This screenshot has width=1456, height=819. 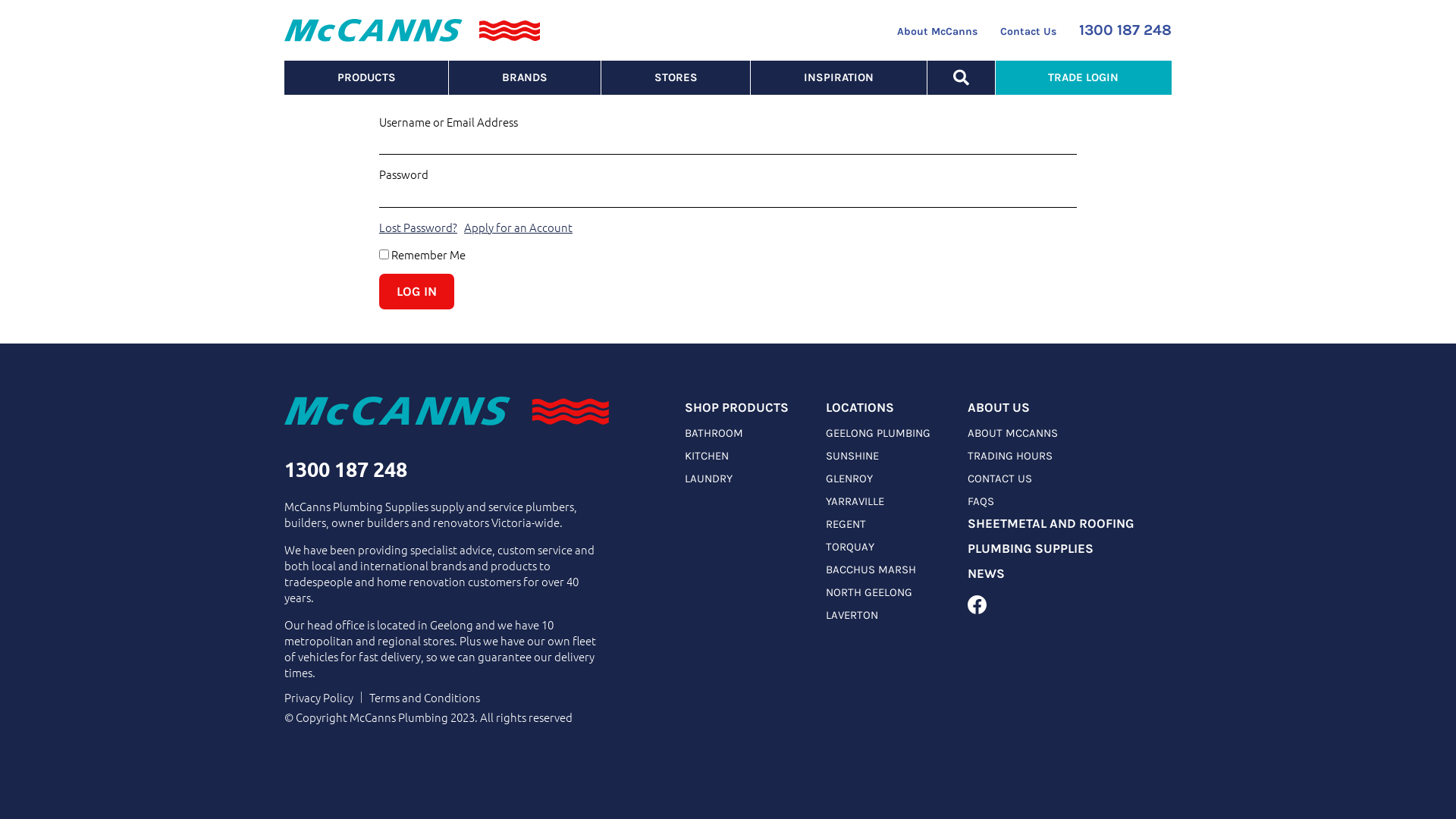 I want to click on 'Lost Password?', so click(x=418, y=226).